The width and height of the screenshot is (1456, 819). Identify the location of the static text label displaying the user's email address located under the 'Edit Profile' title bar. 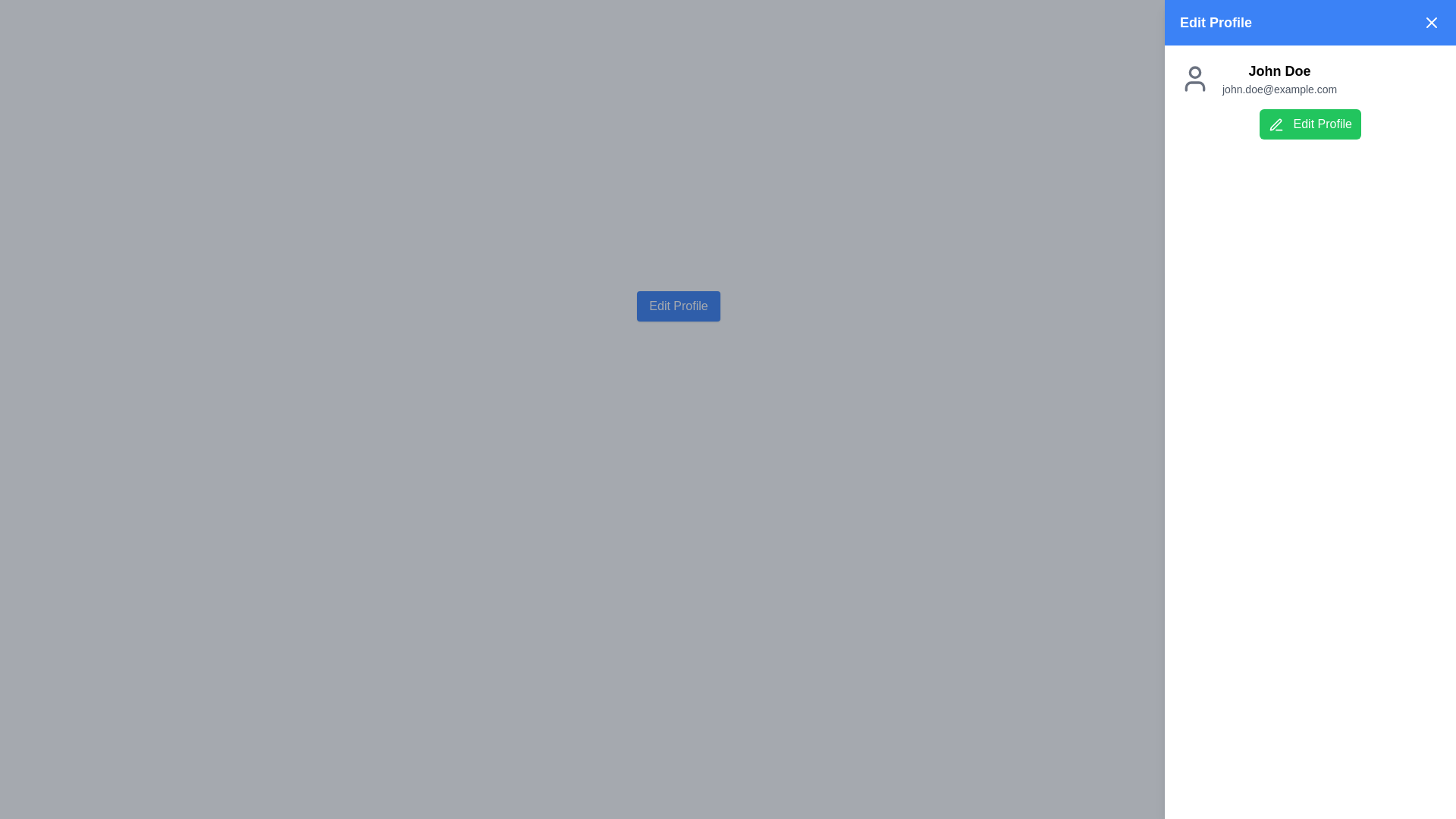
(1279, 89).